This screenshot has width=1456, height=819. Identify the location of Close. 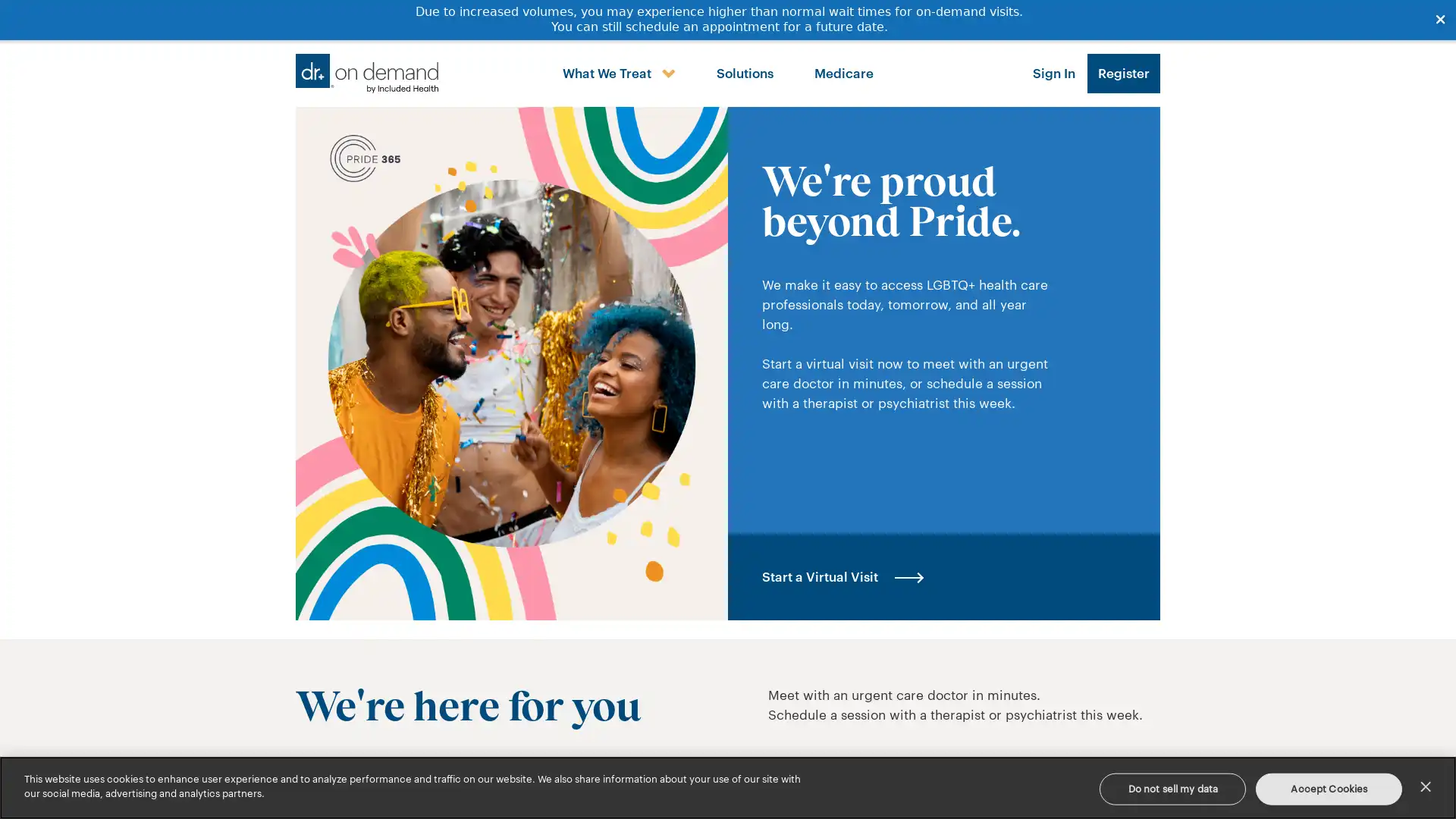
(1425, 786).